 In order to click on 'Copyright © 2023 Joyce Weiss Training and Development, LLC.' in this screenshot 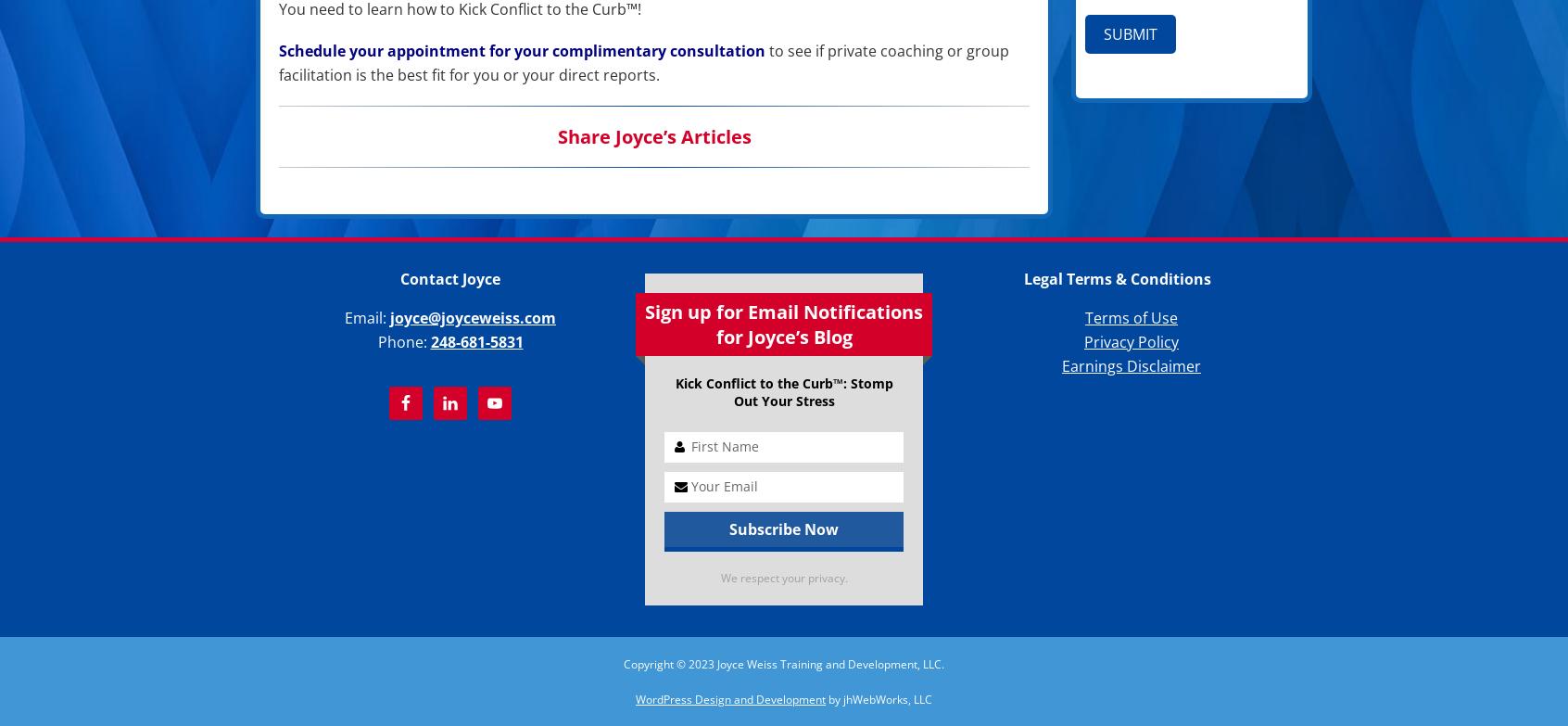, I will do `click(784, 663)`.